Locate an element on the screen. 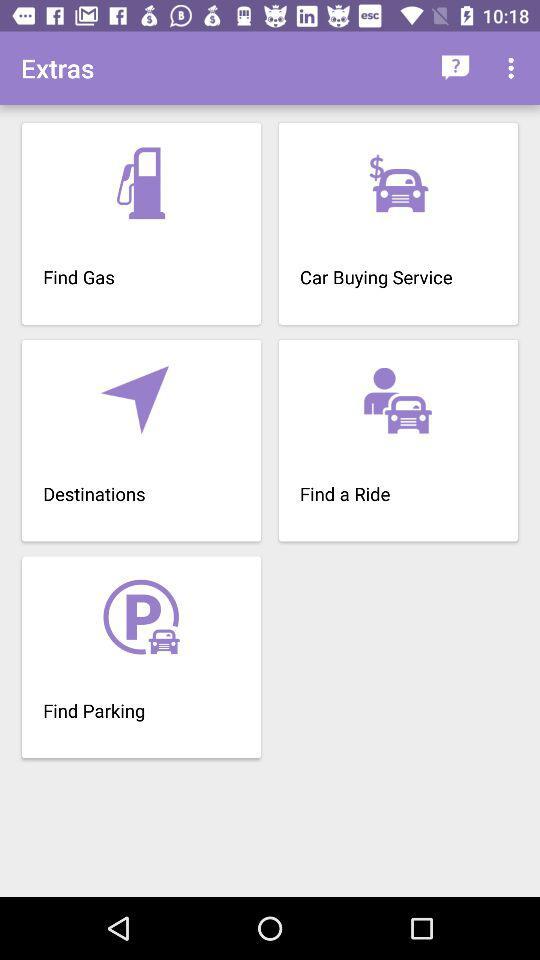  the item next to extras is located at coordinates (455, 68).